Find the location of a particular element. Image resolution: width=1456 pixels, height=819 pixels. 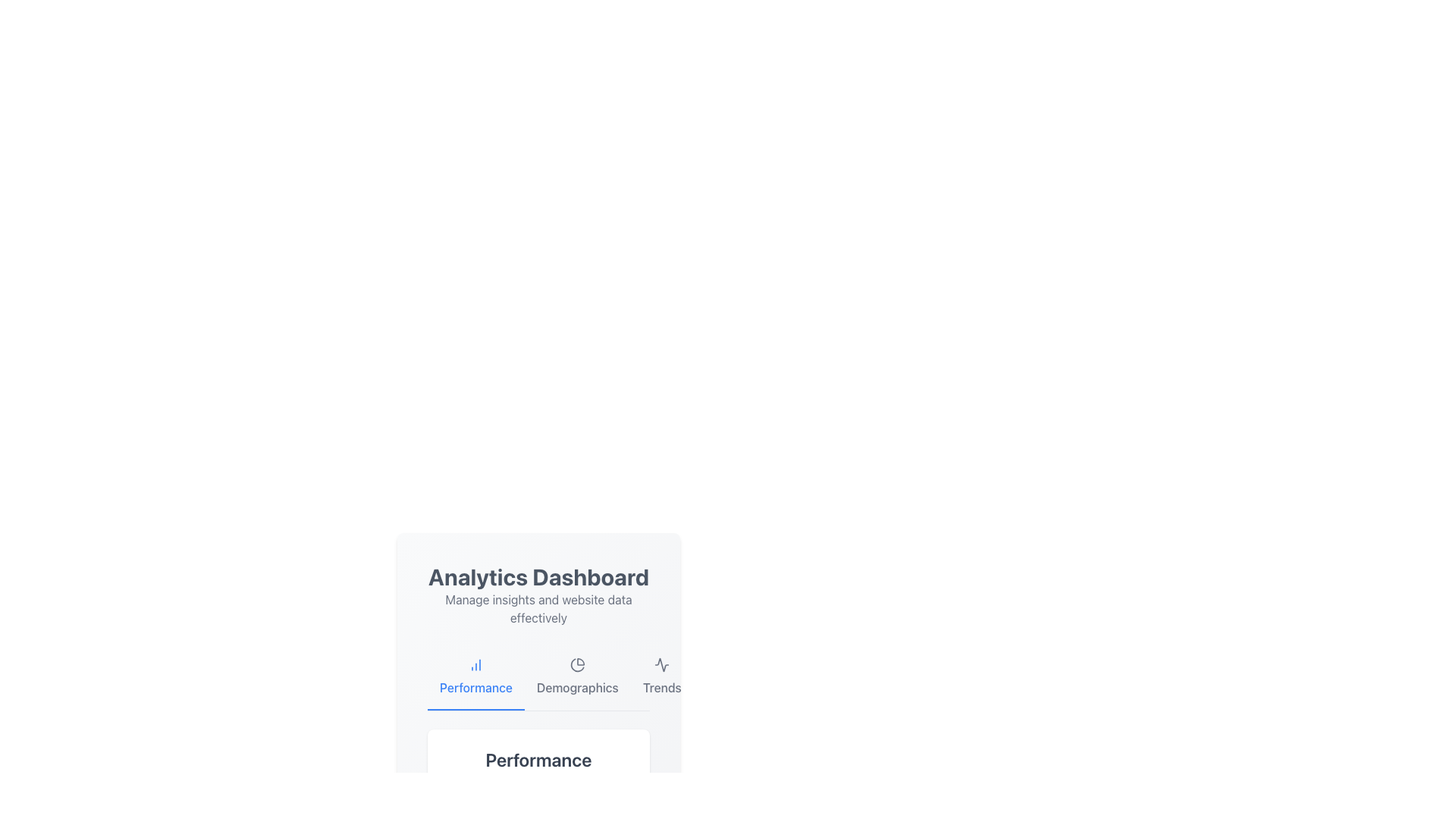

the 'Performance' tab item, which is the first vertical layout element on the left containing a blue icon and text is located at coordinates (475, 677).